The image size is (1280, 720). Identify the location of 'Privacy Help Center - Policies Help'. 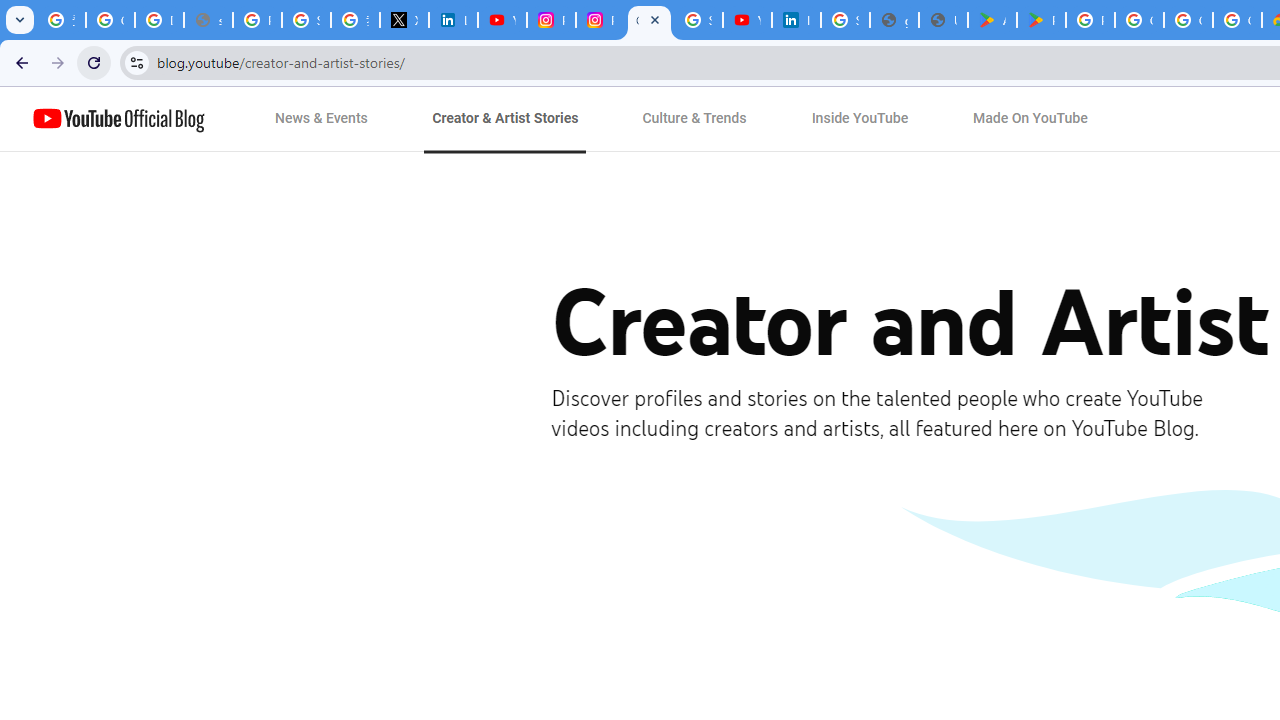
(256, 20).